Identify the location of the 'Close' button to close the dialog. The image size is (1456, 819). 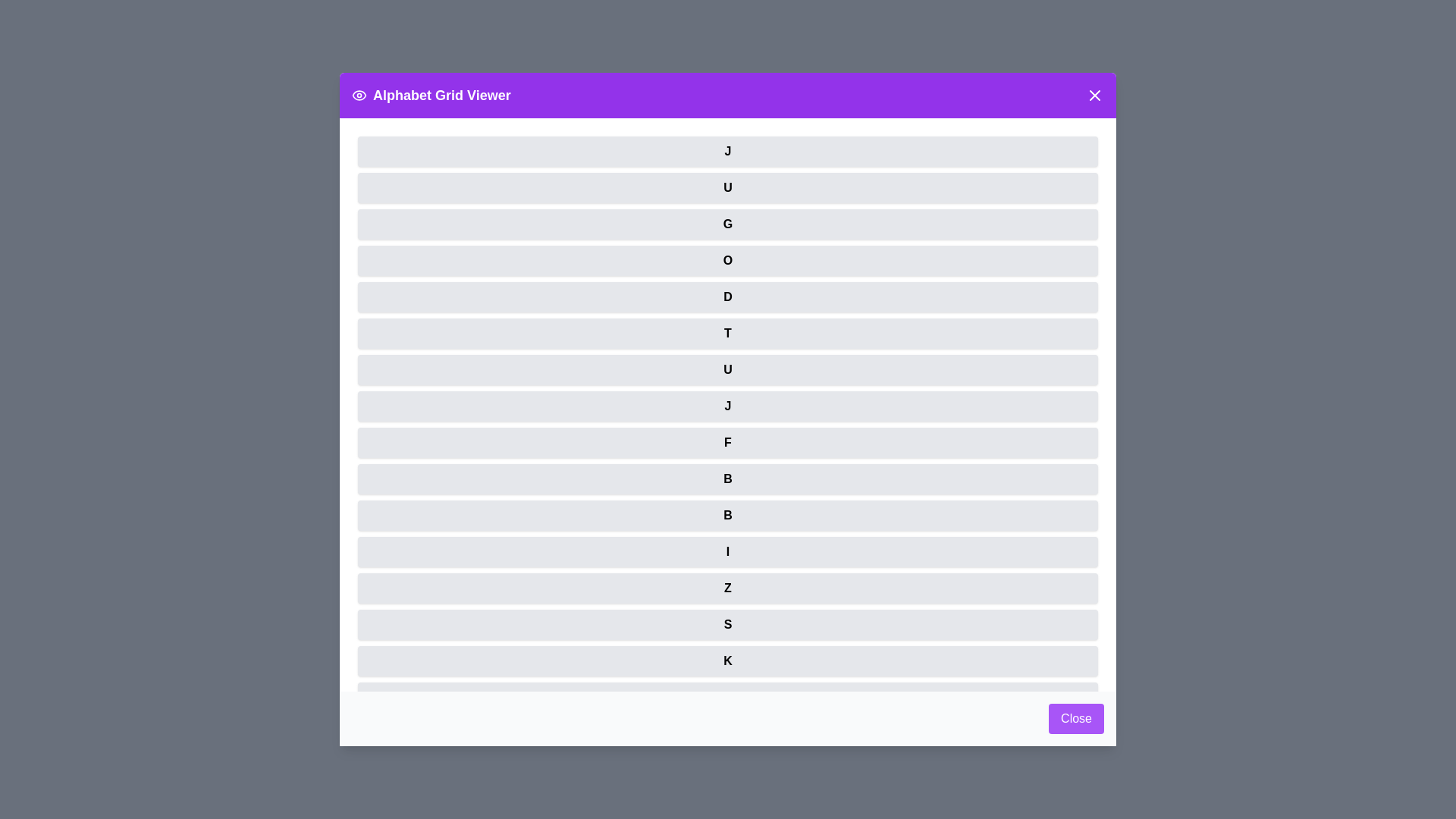
(1075, 718).